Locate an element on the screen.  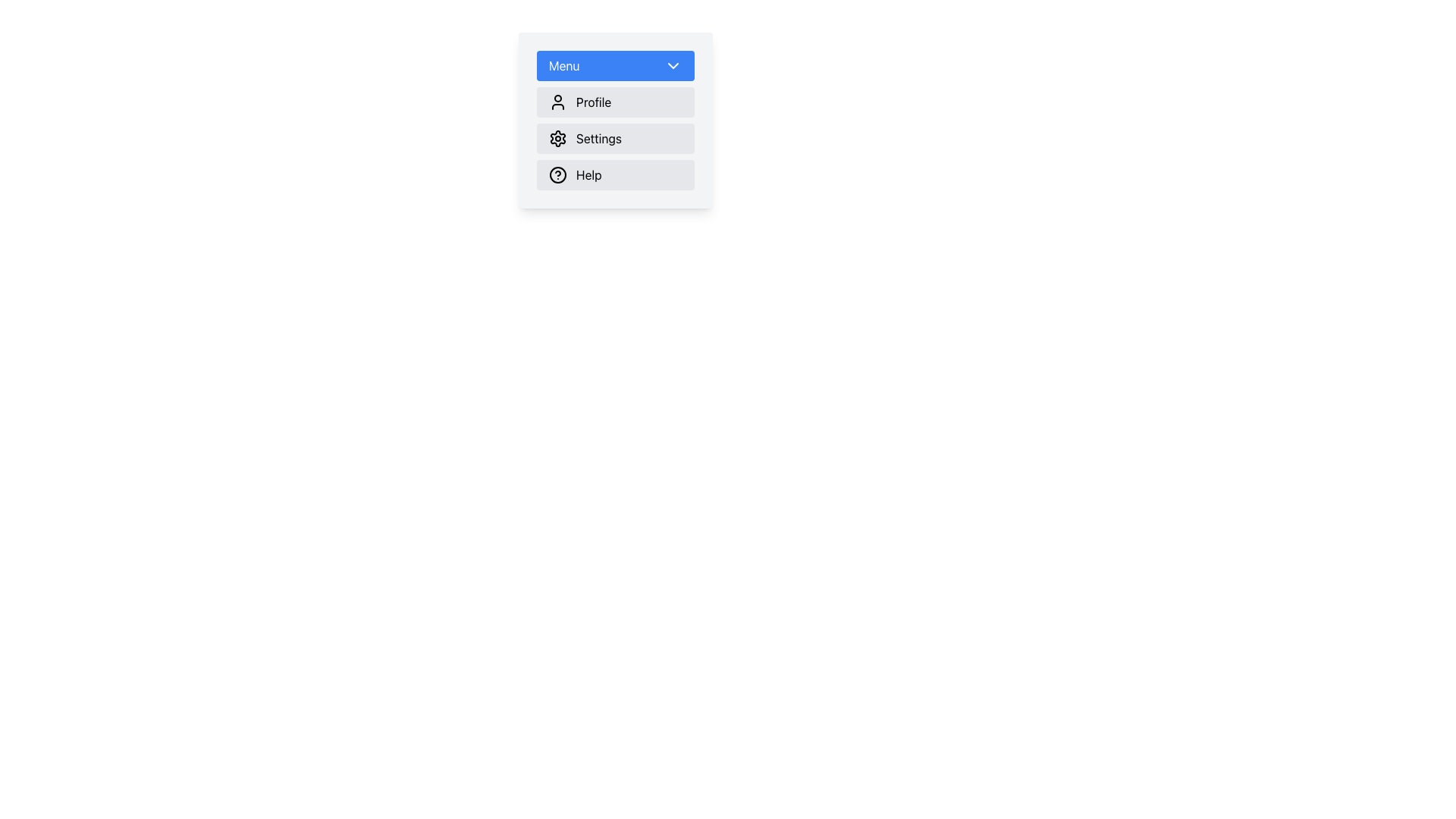
the 'Profile' button, which is the first item in the vertical list of options below the 'Menu' dropdown is located at coordinates (615, 102).